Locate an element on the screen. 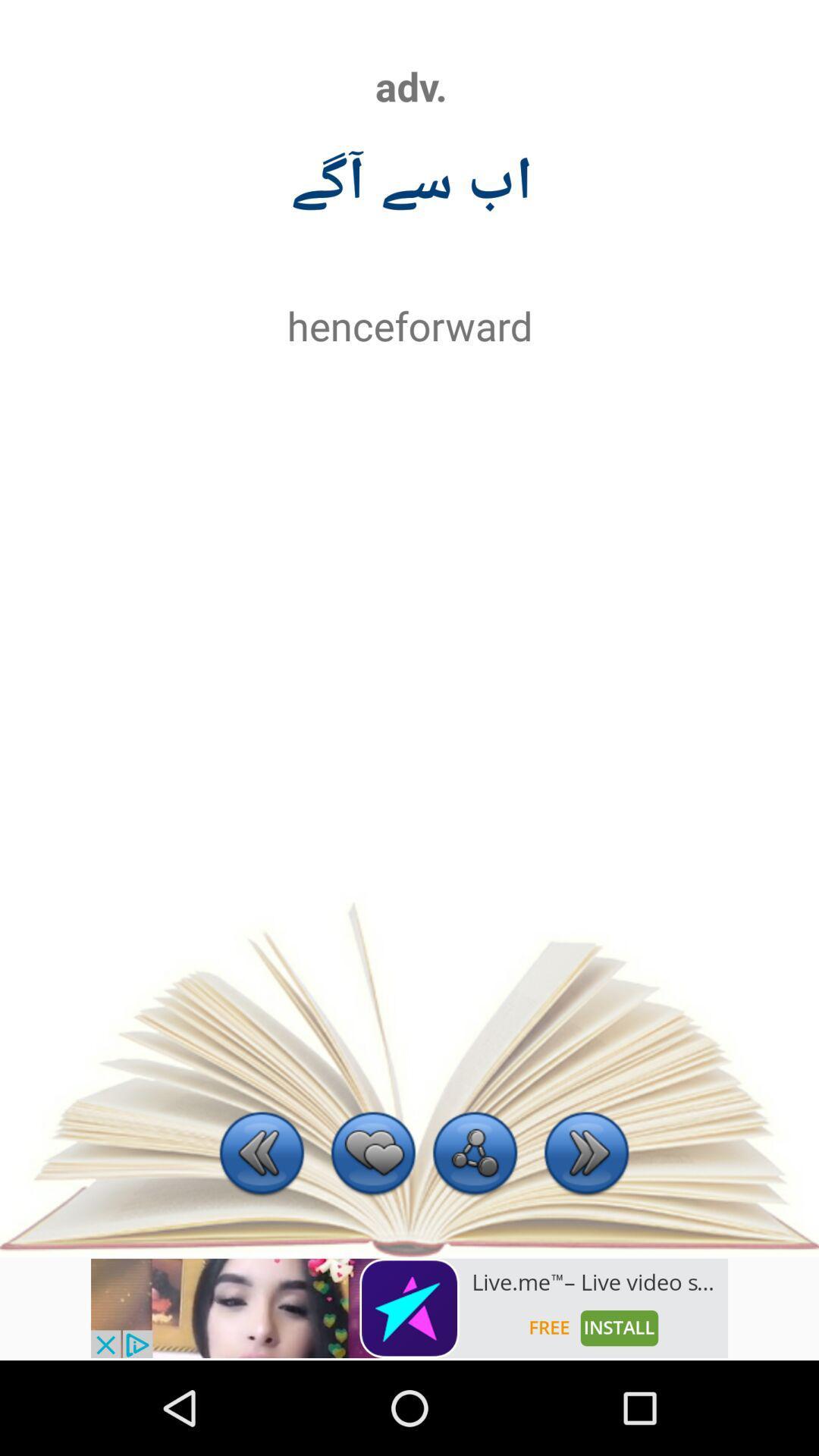  the current item is located at coordinates (373, 1154).